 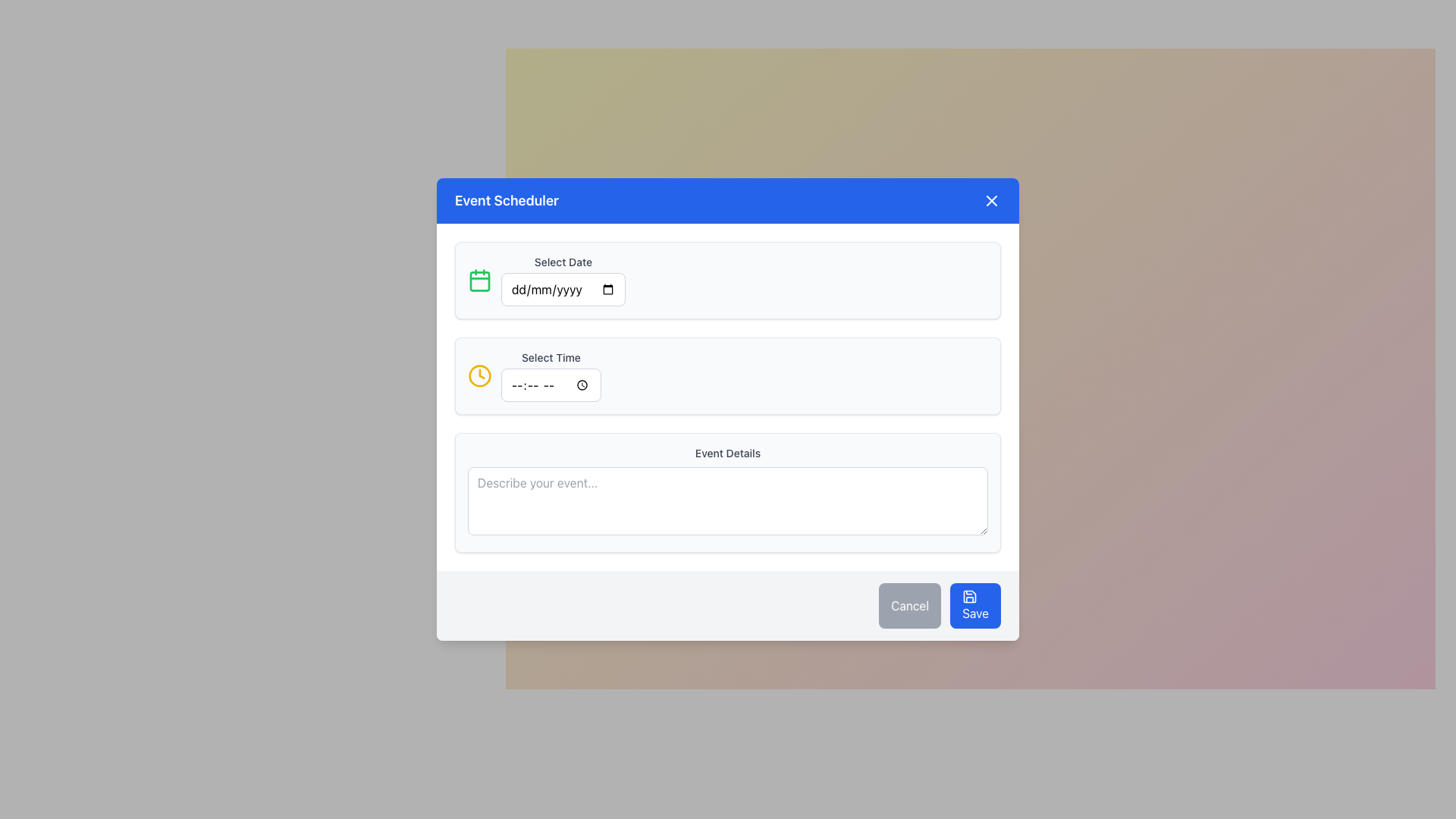 What do you see at coordinates (479, 375) in the screenshot?
I see `the central circle of the clock icon, which is part of the SVG representation near the 'Select Time' field` at bounding box center [479, 375].